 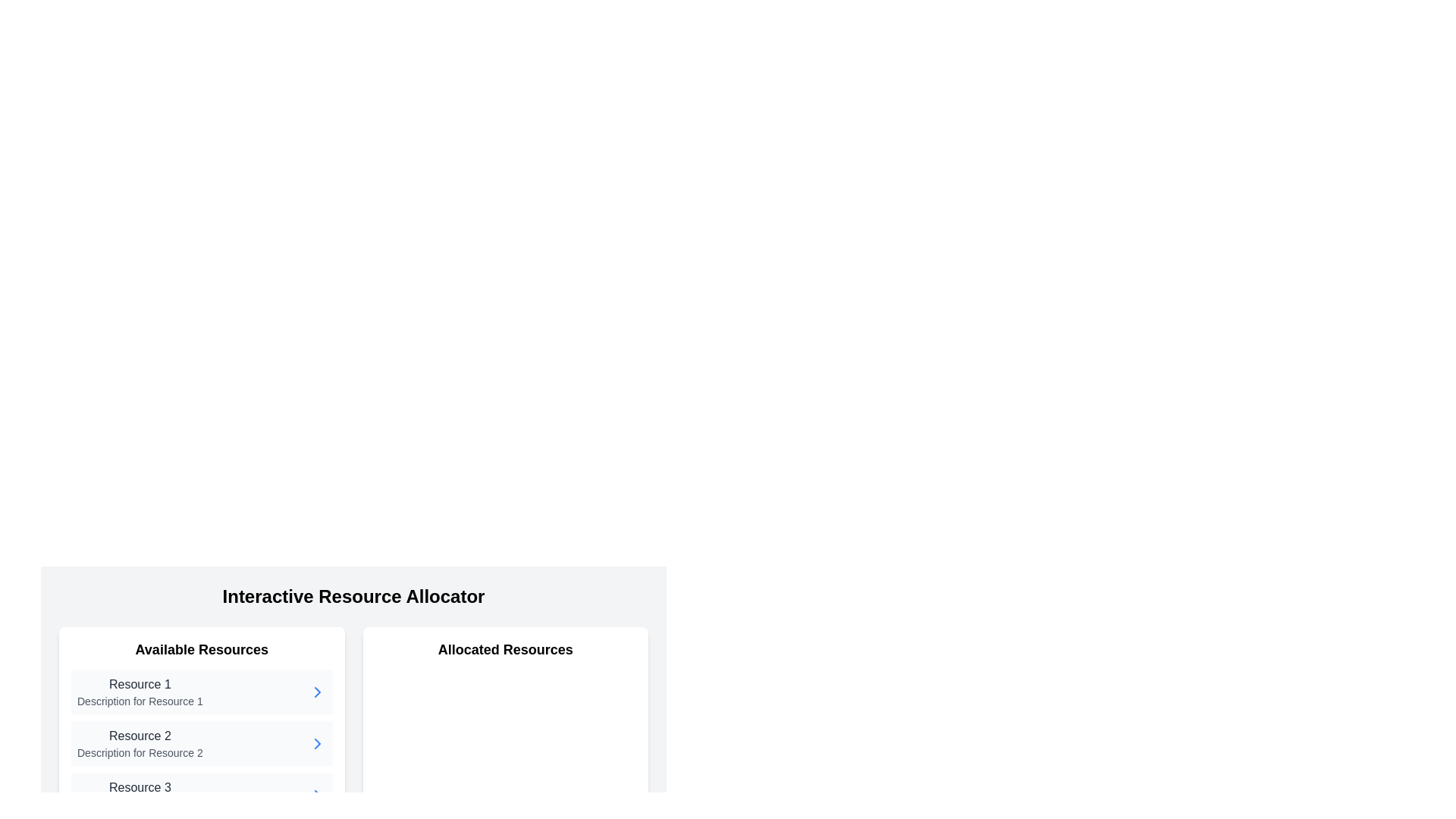 What do you see at coordinates (140, 701) in the screenshot?
I see `the descriptive Text label for 'Resource 1' located under the 'Available Resources' column, which provides additional information about the resource` at bounding box center [140, 701].